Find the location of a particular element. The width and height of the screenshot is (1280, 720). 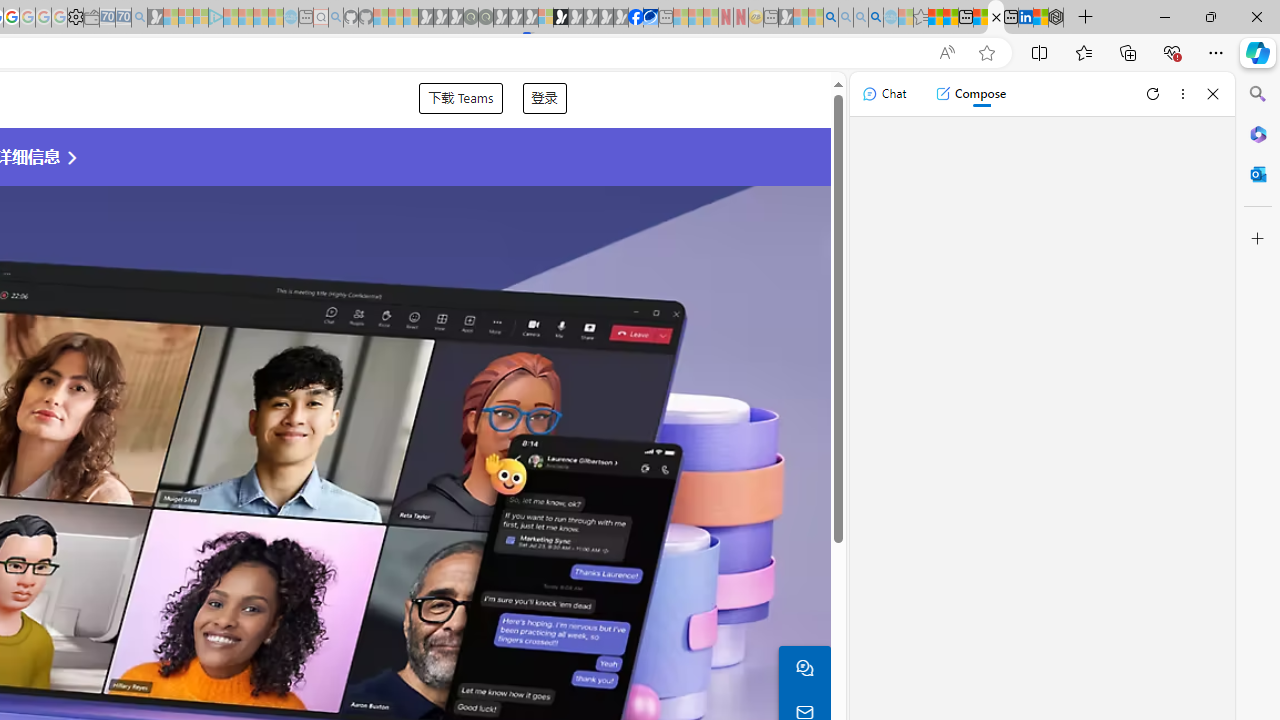

'Nordace | Facebook' is located at coordinates (634, 17).